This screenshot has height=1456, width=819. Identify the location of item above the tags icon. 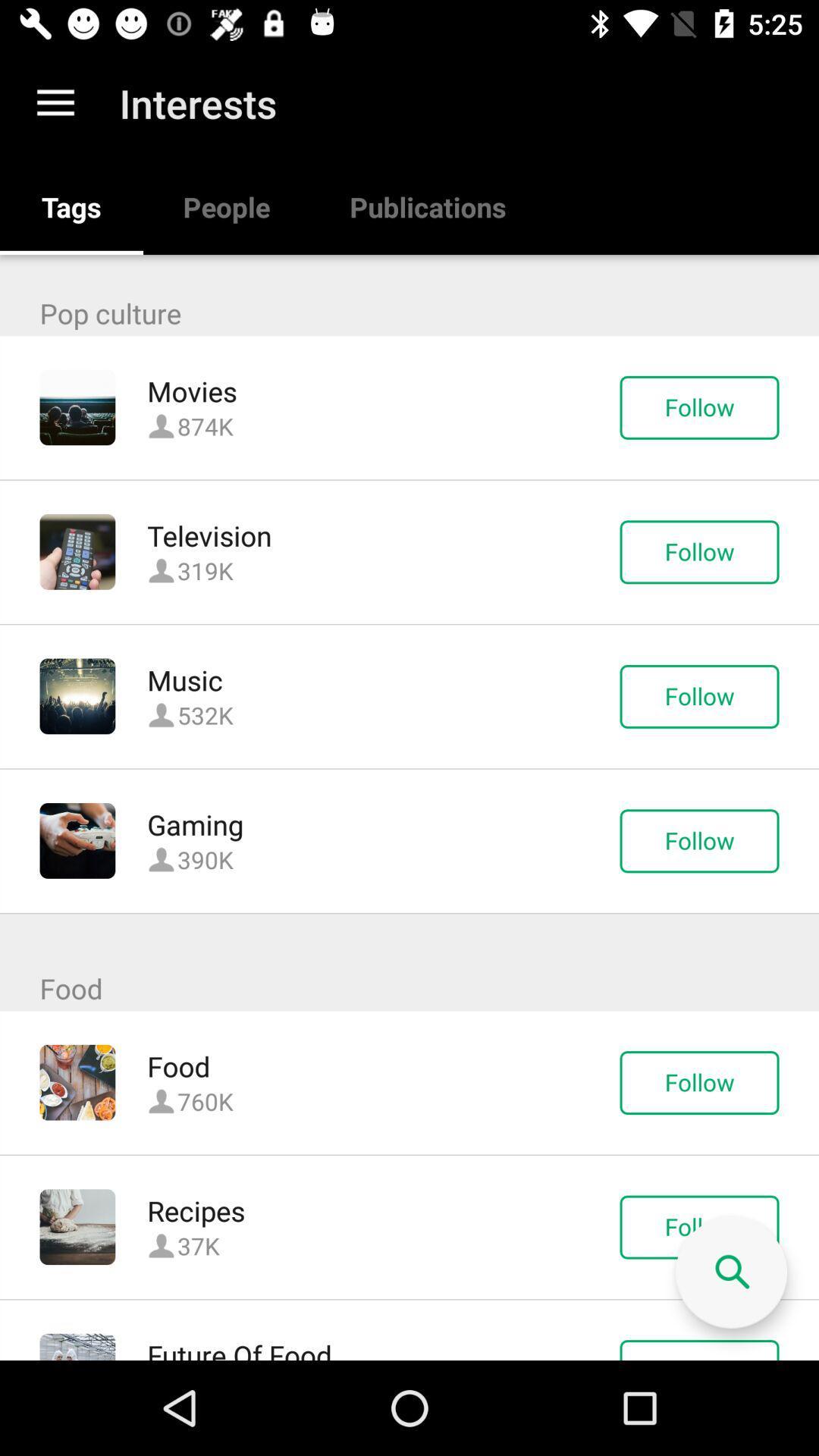
(55, 102).